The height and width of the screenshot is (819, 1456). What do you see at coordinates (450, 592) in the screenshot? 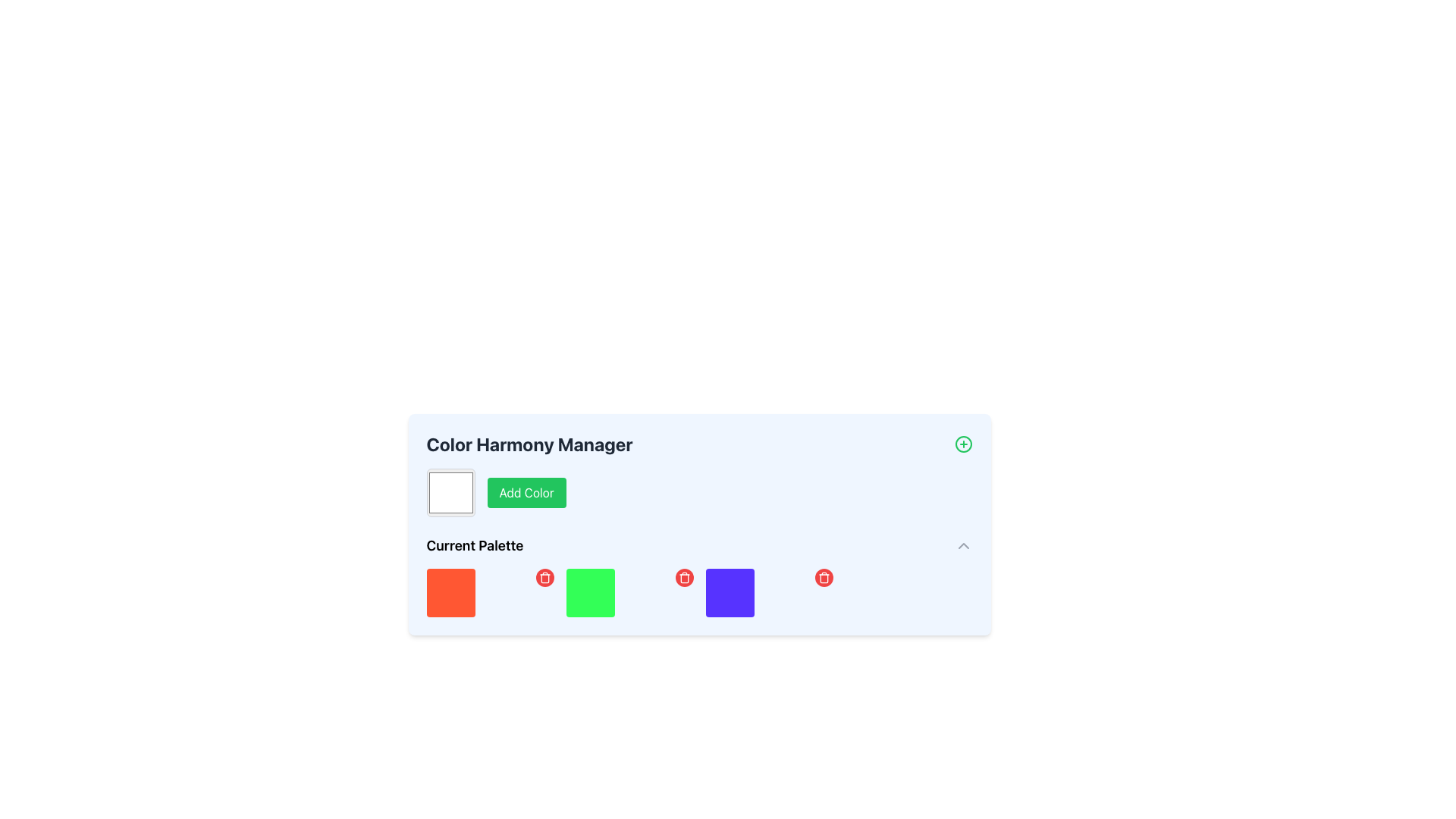
I see `the leftmost square component with a bright red background and rounded corners located below the 'Current Palette' header` at bounding box center [450, 592].